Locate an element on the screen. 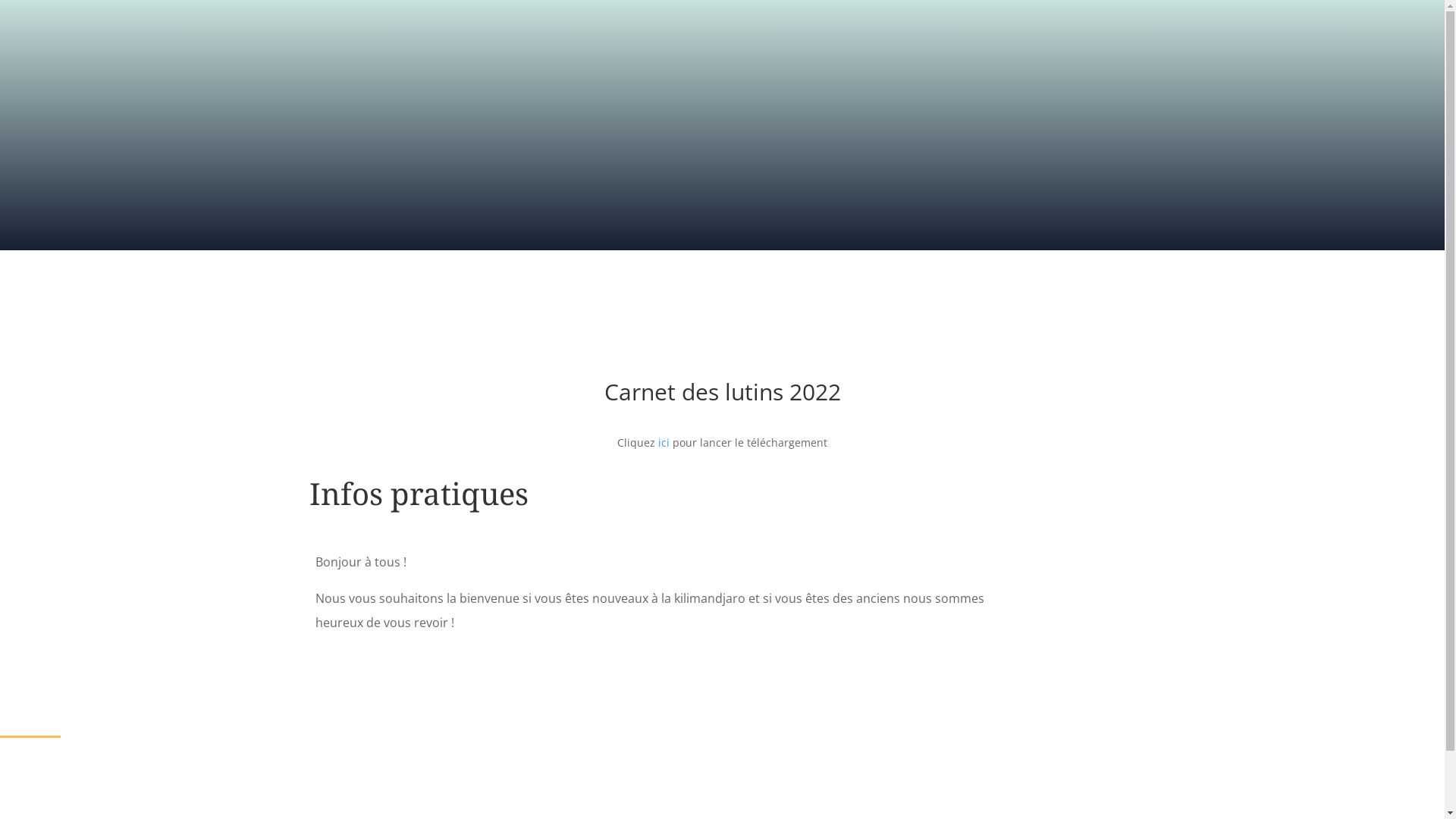 This screenshot has height=819, width=1456. 'Infos pratiques' is located at coordinates (419, 493).